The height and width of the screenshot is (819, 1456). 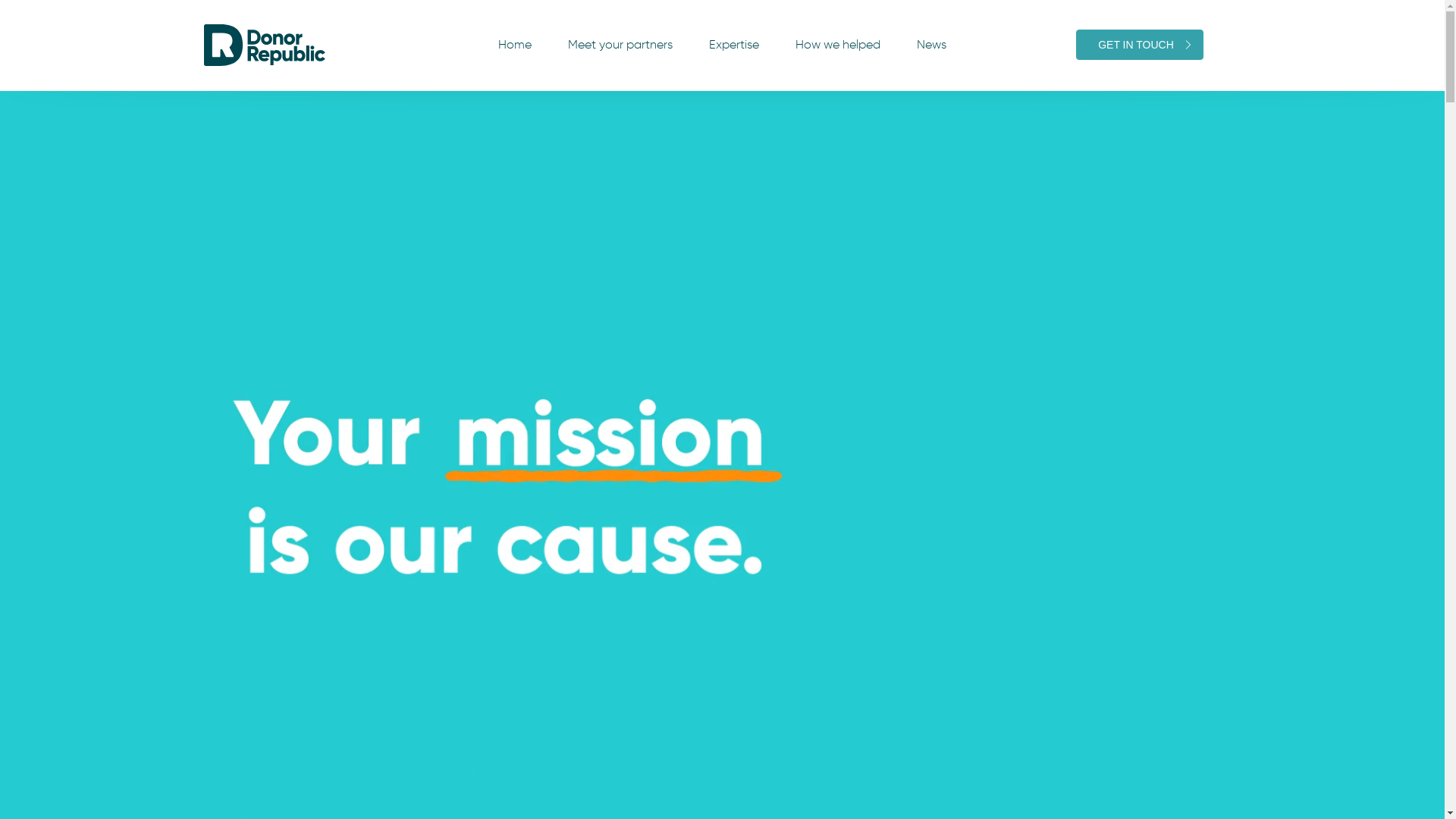 What do you see at coordinates (930, 43) in the screenshot?
I see `'News'` at bounding box center [930, 43].